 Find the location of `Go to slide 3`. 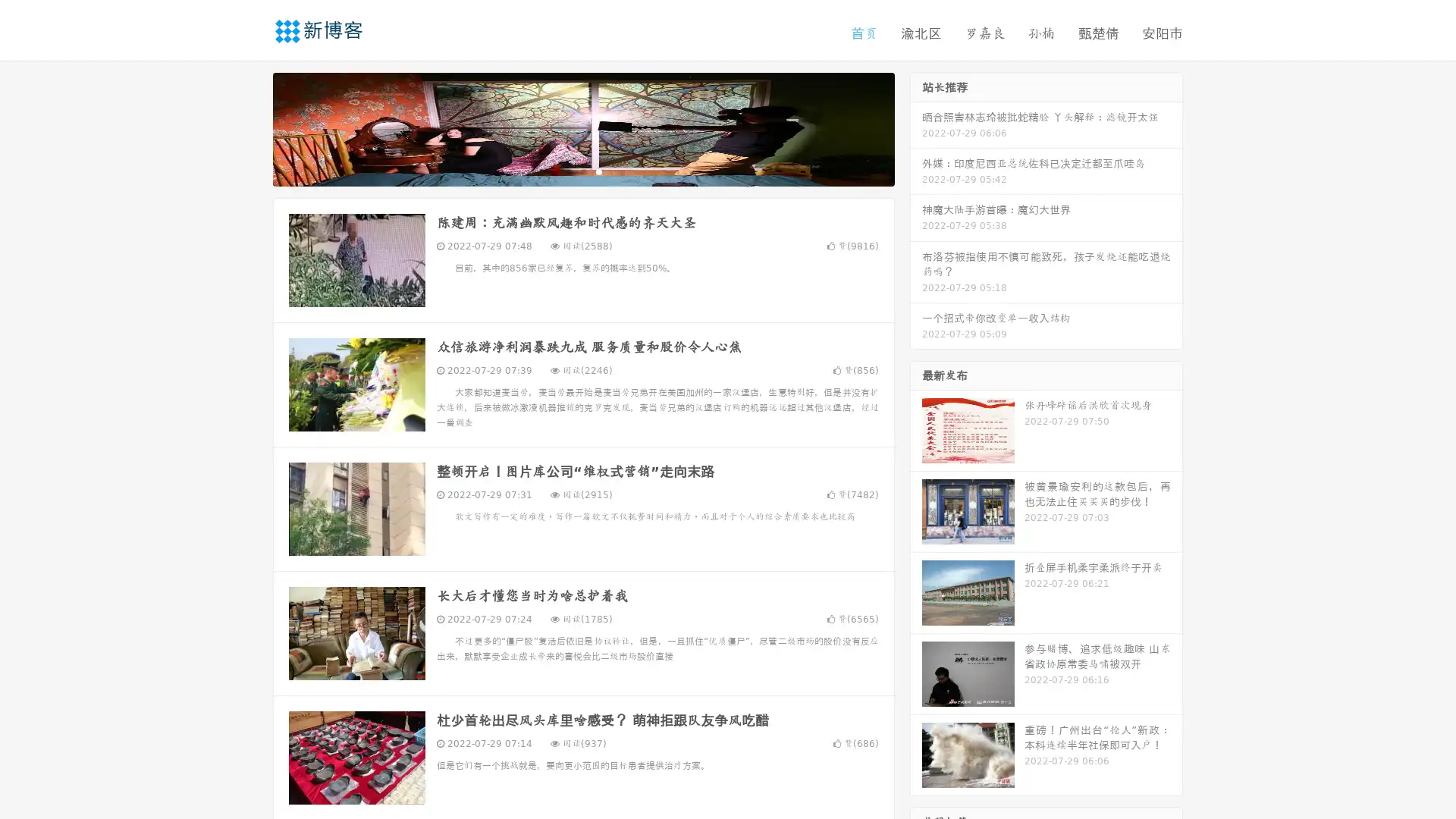

Go to slide 3 is located at coordinates (598, 171).